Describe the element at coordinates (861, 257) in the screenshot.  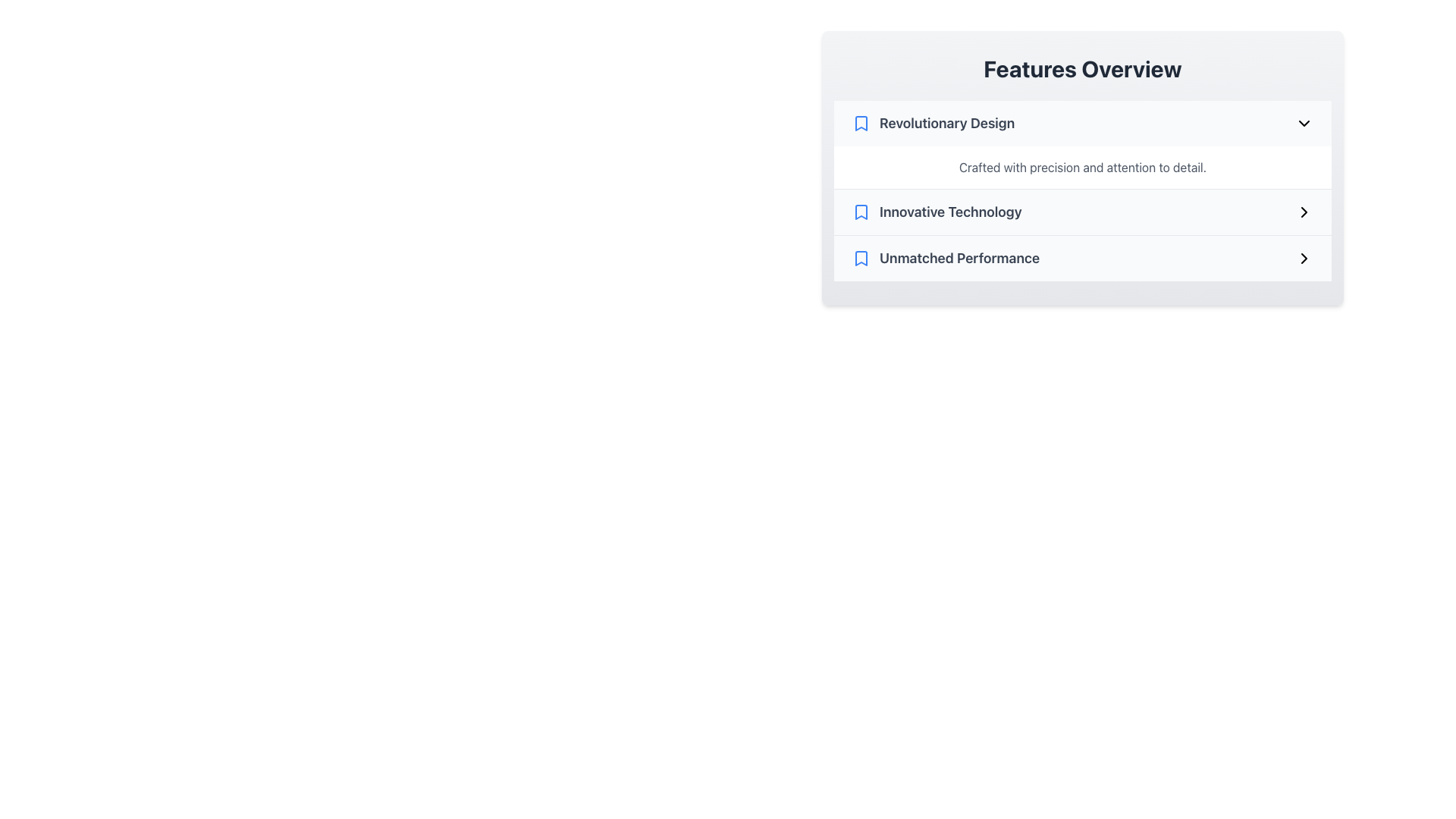
I see `the icon for 'Unmatched Performance' located in the third row of the 'Features Overview' section, positioned left of the text` at that location.